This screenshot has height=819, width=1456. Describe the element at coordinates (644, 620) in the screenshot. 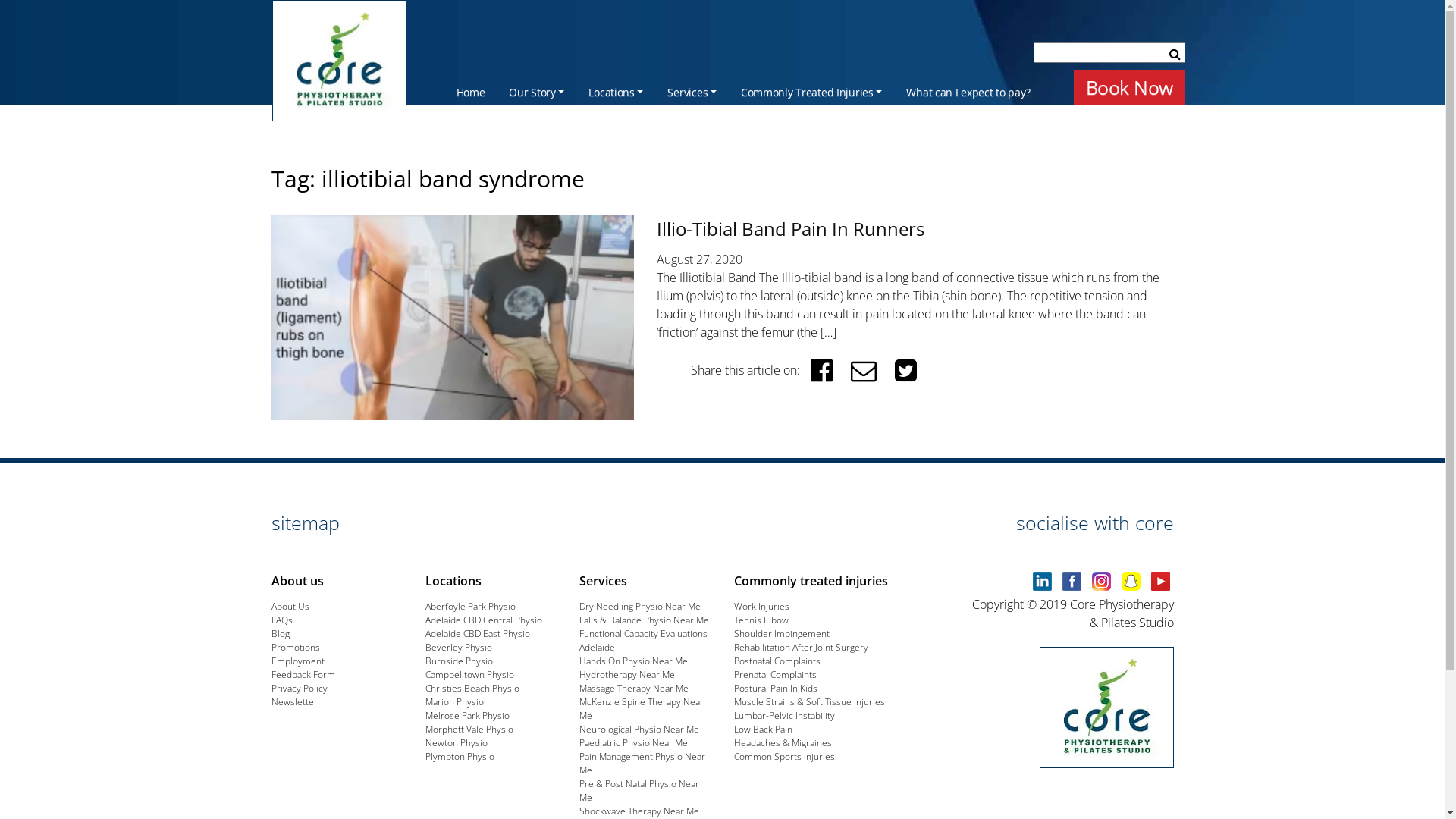

I see `'Falls & Balance Physio Near Me'` at that location.